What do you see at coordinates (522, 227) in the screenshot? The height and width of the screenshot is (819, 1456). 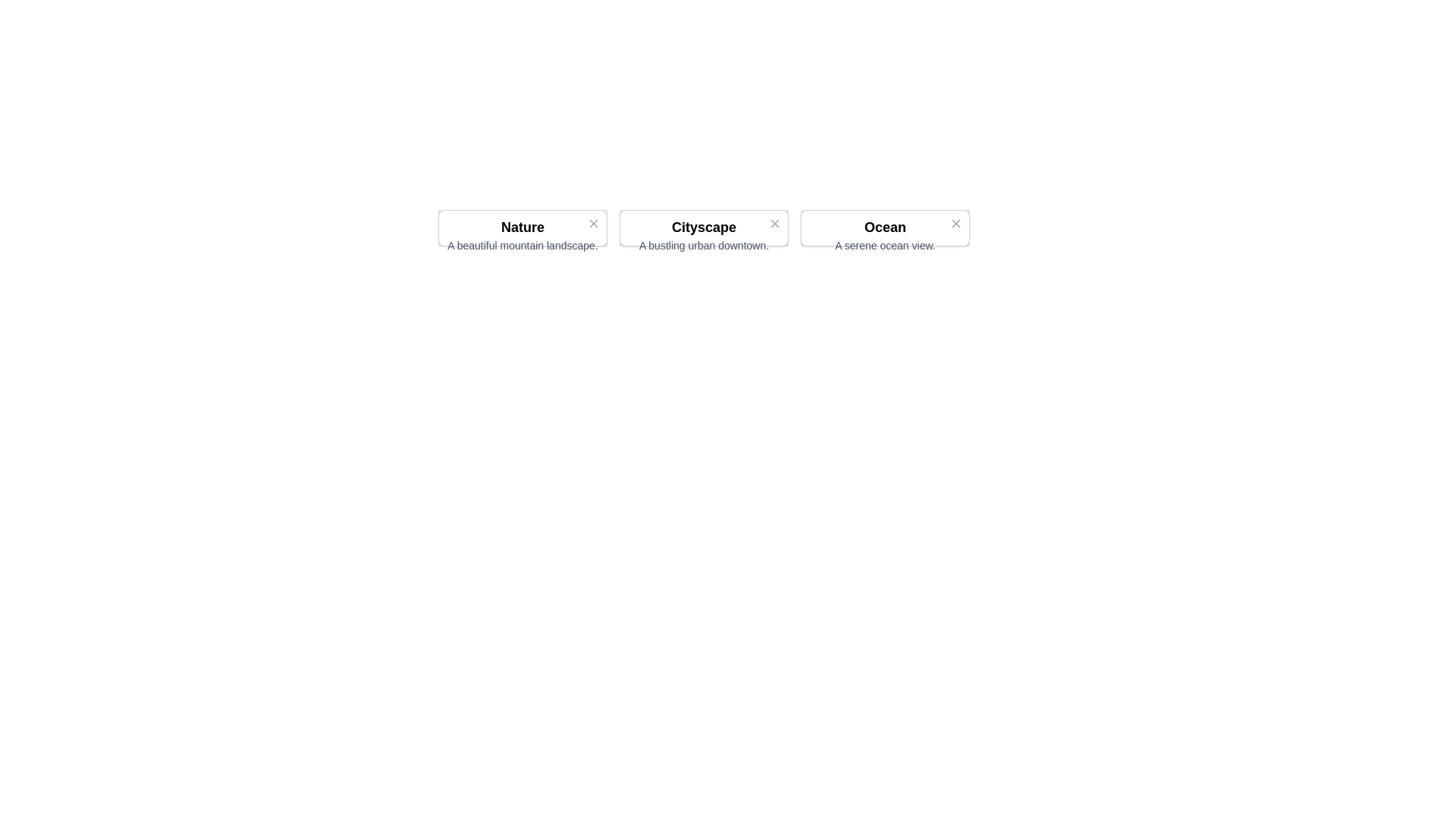 I see `the 'Nature' icon rectangle with rounded corners in the SVG structure, which is styled in a neutral color and is located to the left of a small circle` at bounding box center [522, 227].